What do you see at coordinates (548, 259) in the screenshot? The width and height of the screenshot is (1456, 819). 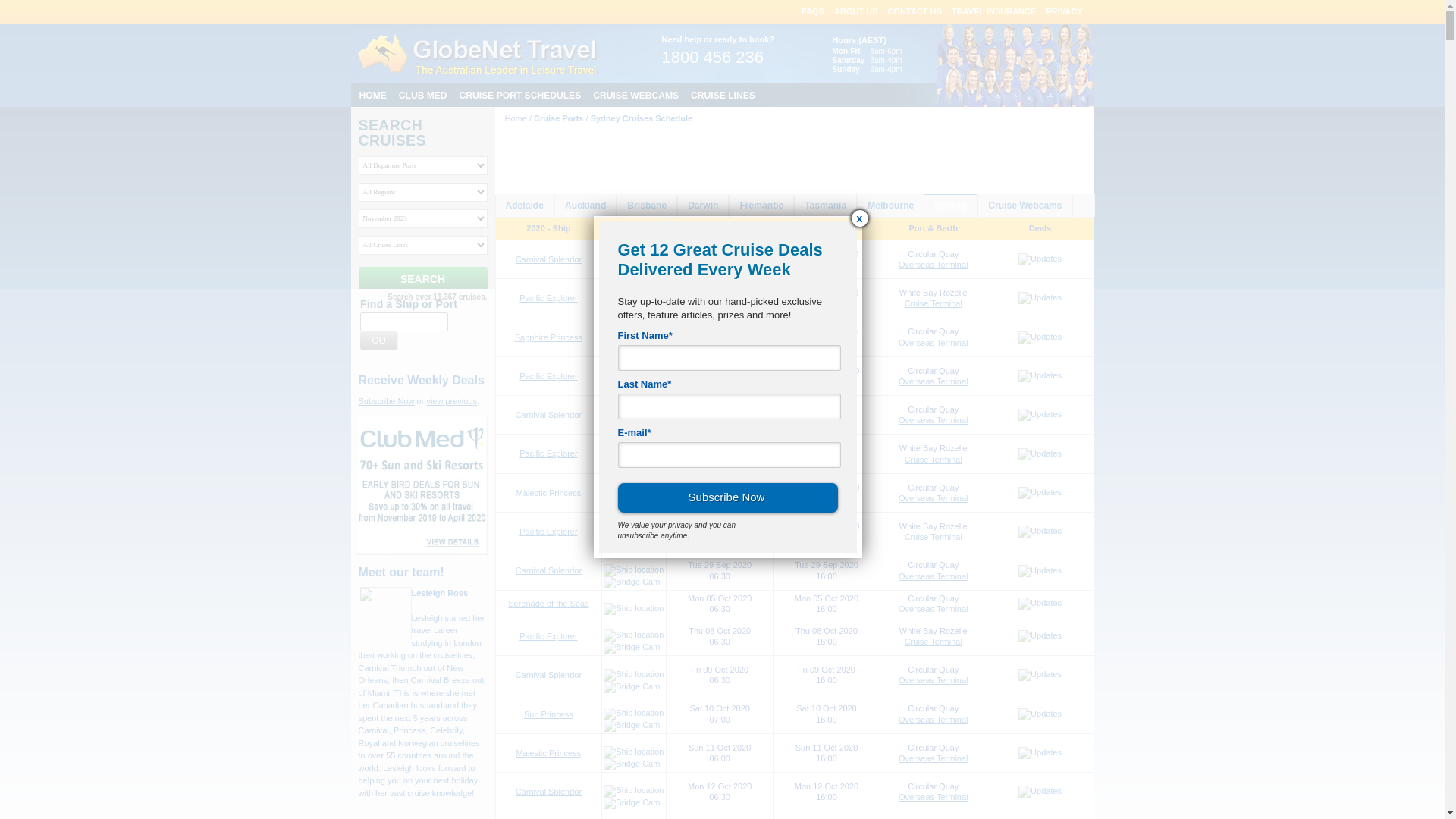 I see `'Carnival Splendor'` at bounding box center [548, 259].